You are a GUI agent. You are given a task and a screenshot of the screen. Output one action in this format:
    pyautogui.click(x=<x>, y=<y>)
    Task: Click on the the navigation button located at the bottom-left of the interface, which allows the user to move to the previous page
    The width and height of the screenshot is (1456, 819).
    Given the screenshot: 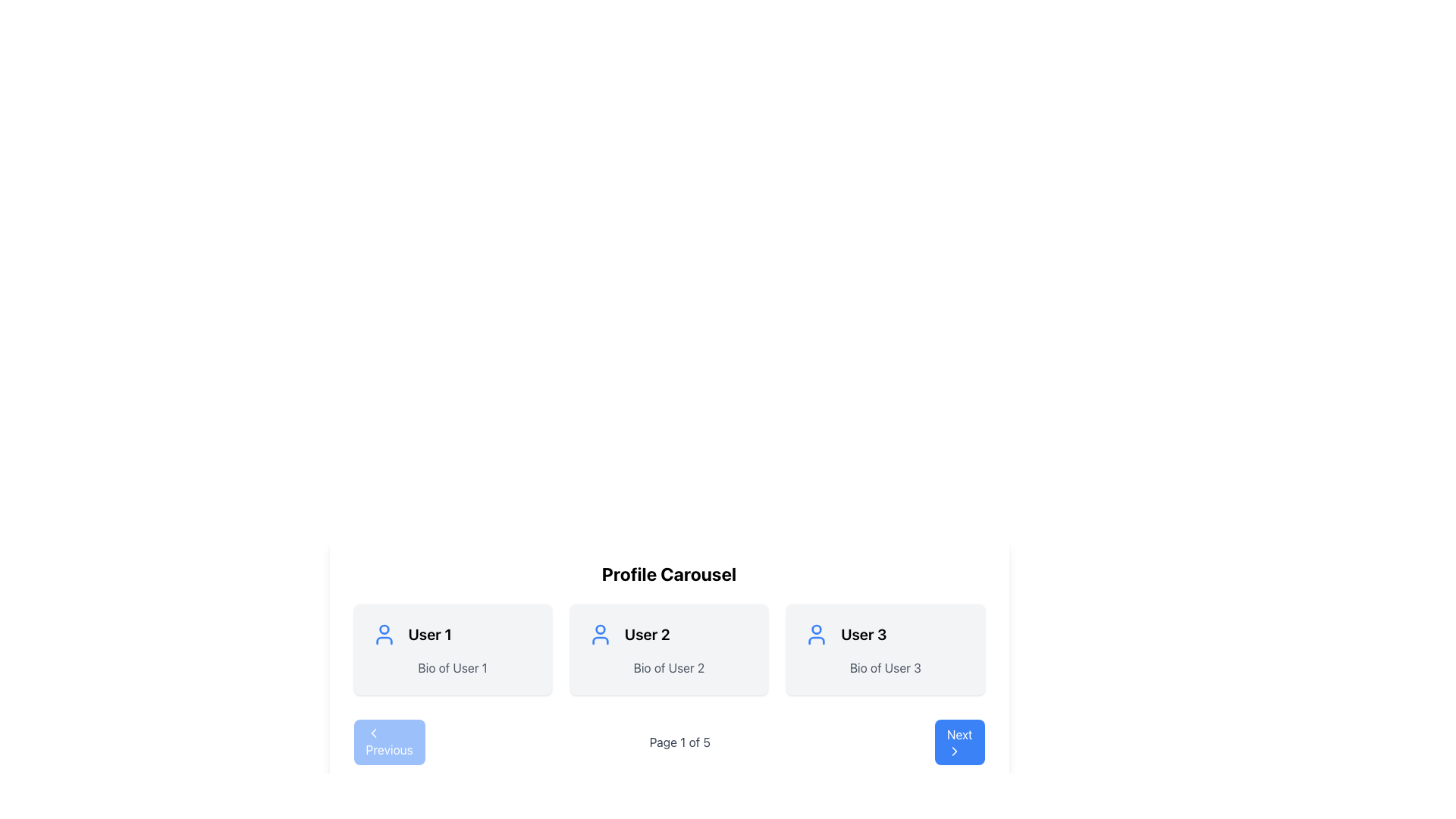 What is the action you would take?
    pyautogui.click(x=389, y=742)
    